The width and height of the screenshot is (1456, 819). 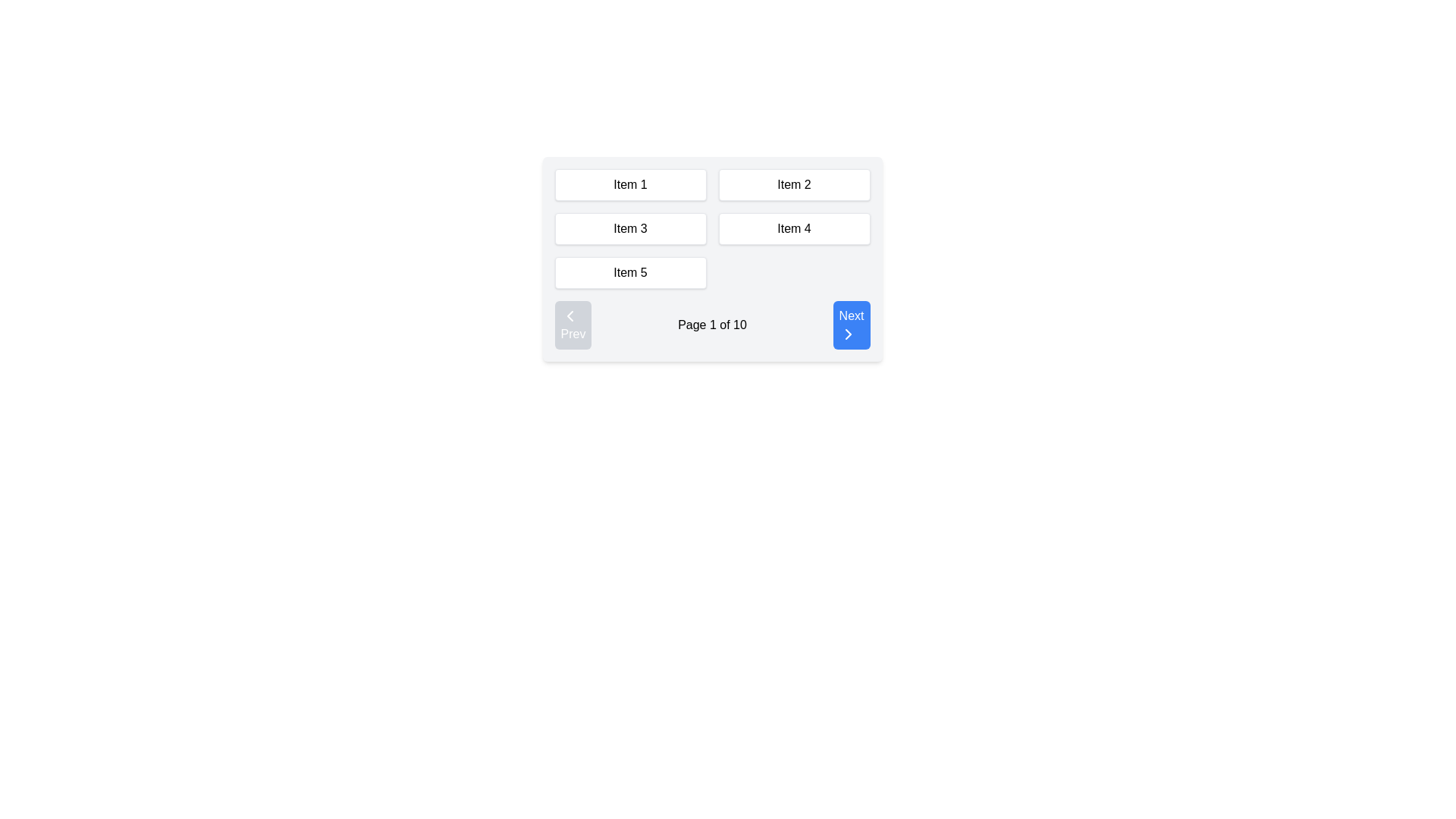 I want to click on the navigation button located to the far left of the pagination control, so click(x=572, y=324).